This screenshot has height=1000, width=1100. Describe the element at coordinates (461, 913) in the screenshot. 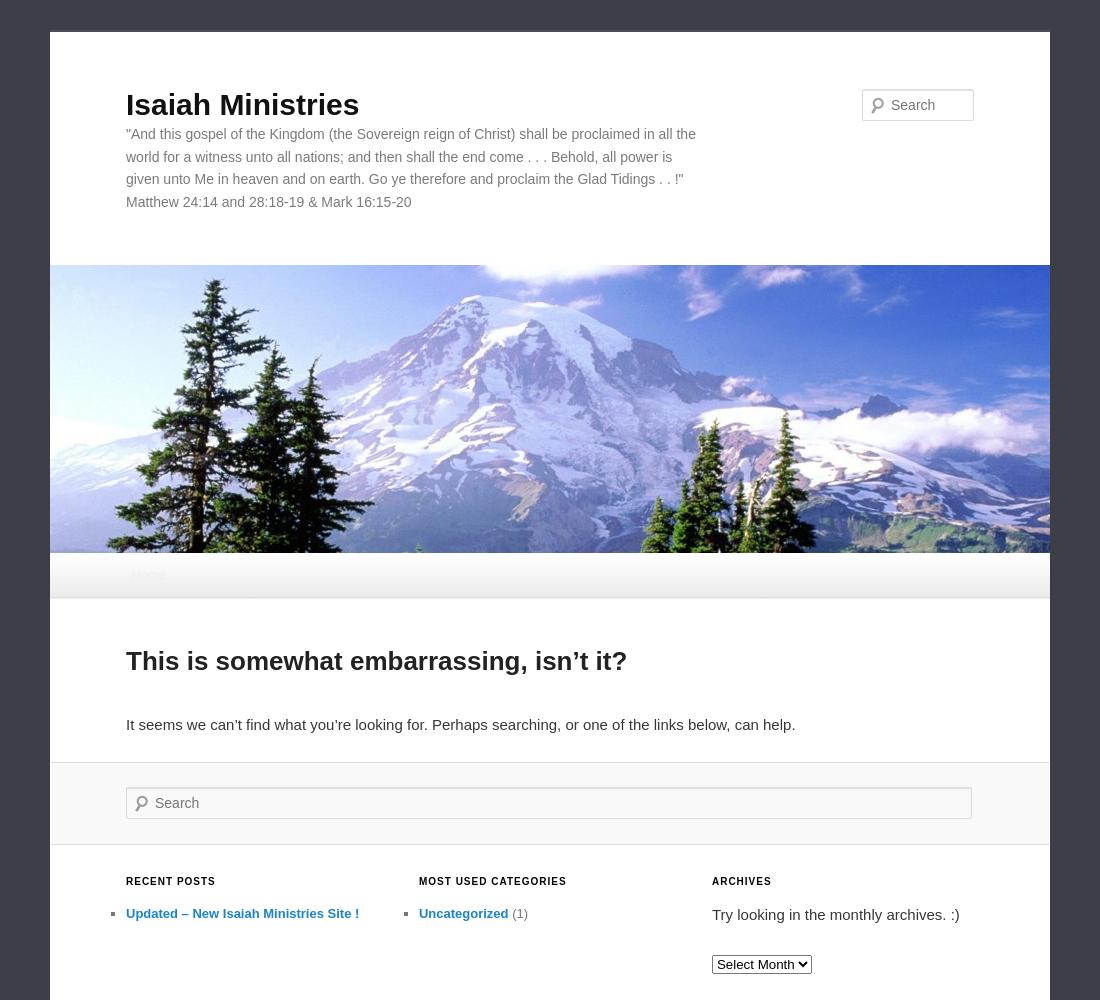

I see `'Uncategorized'` at that location.